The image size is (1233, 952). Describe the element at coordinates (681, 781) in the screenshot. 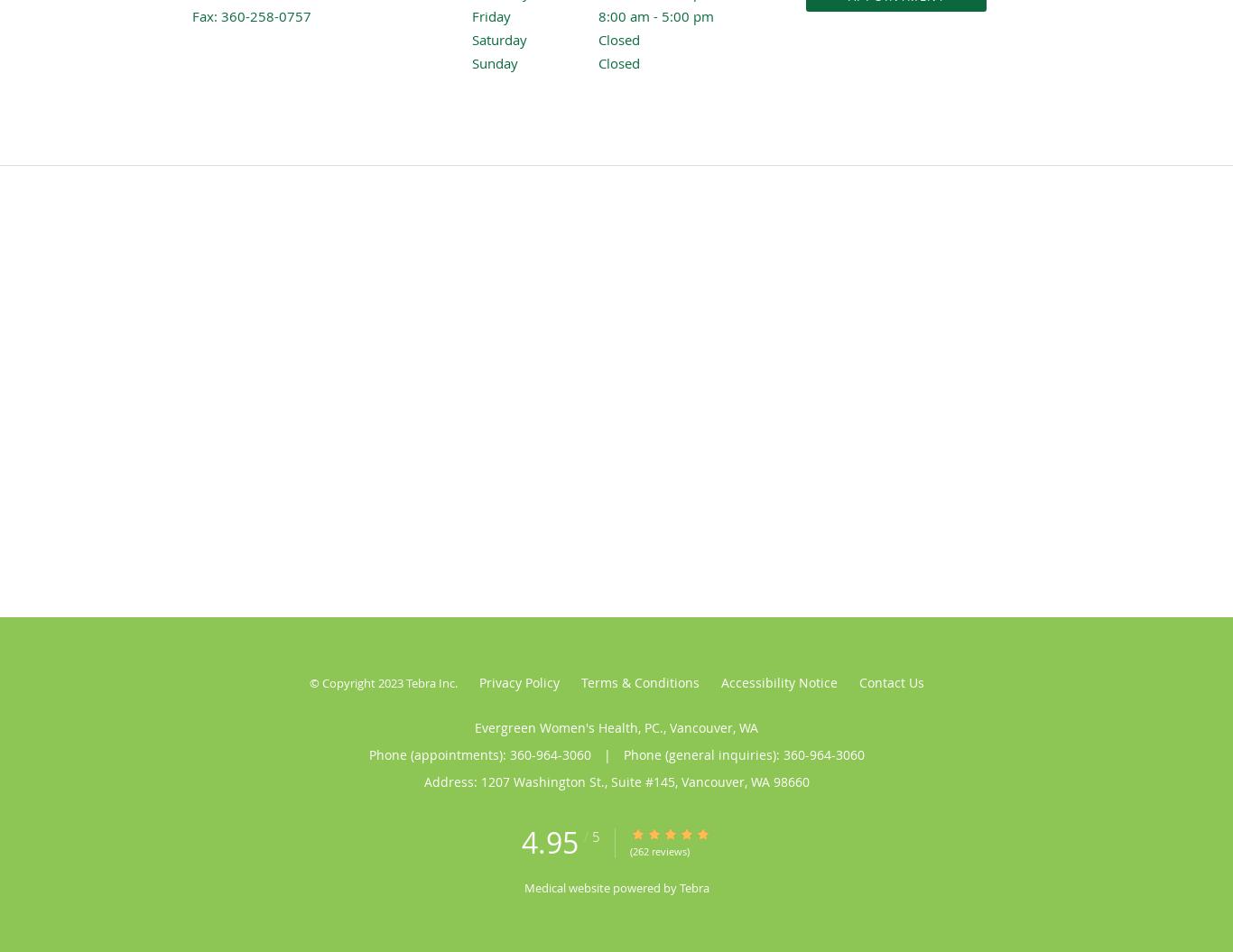

I see `'Vancouver'` at that location.